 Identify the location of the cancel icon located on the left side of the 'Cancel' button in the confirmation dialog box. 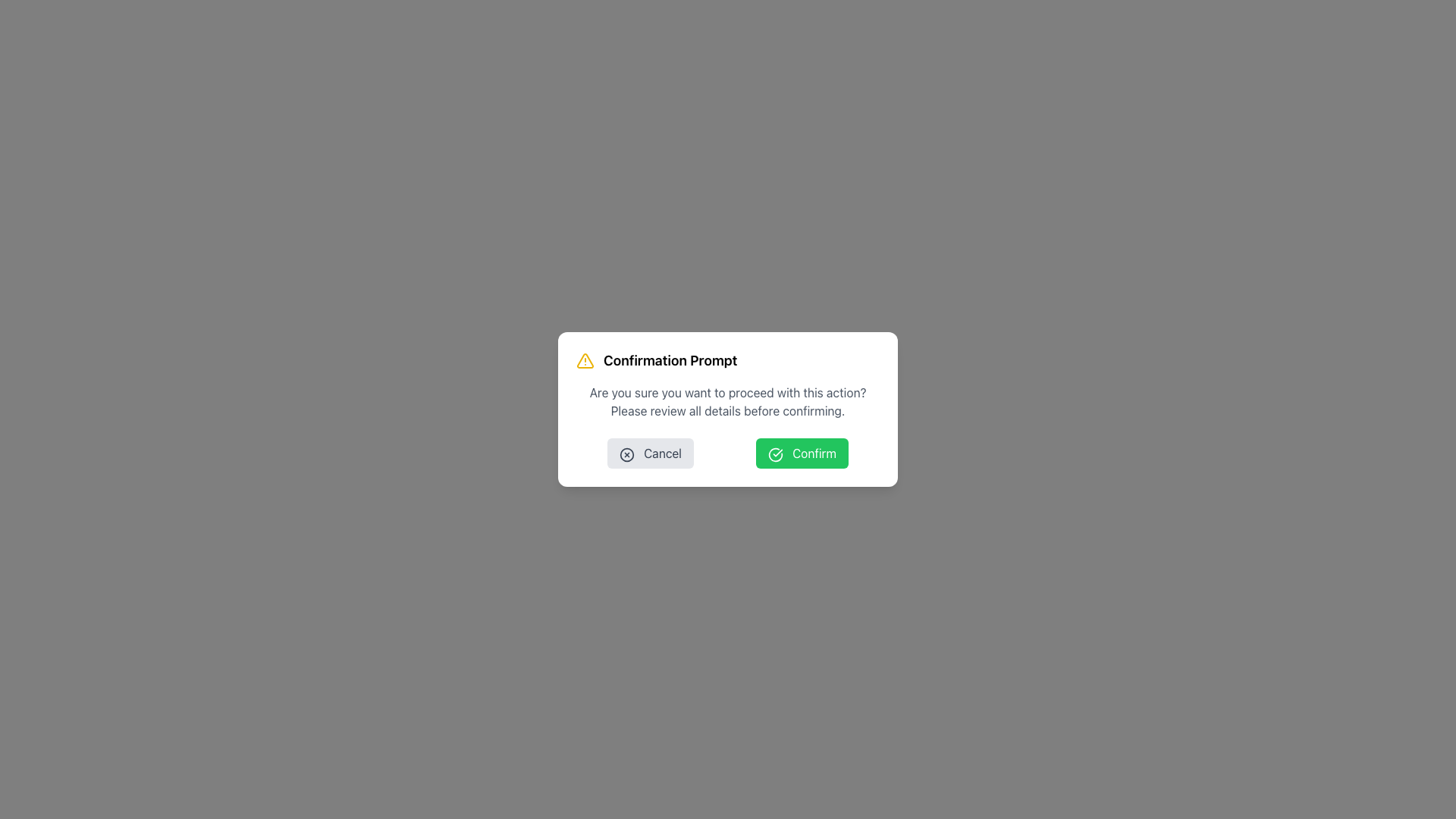
(626, 453).